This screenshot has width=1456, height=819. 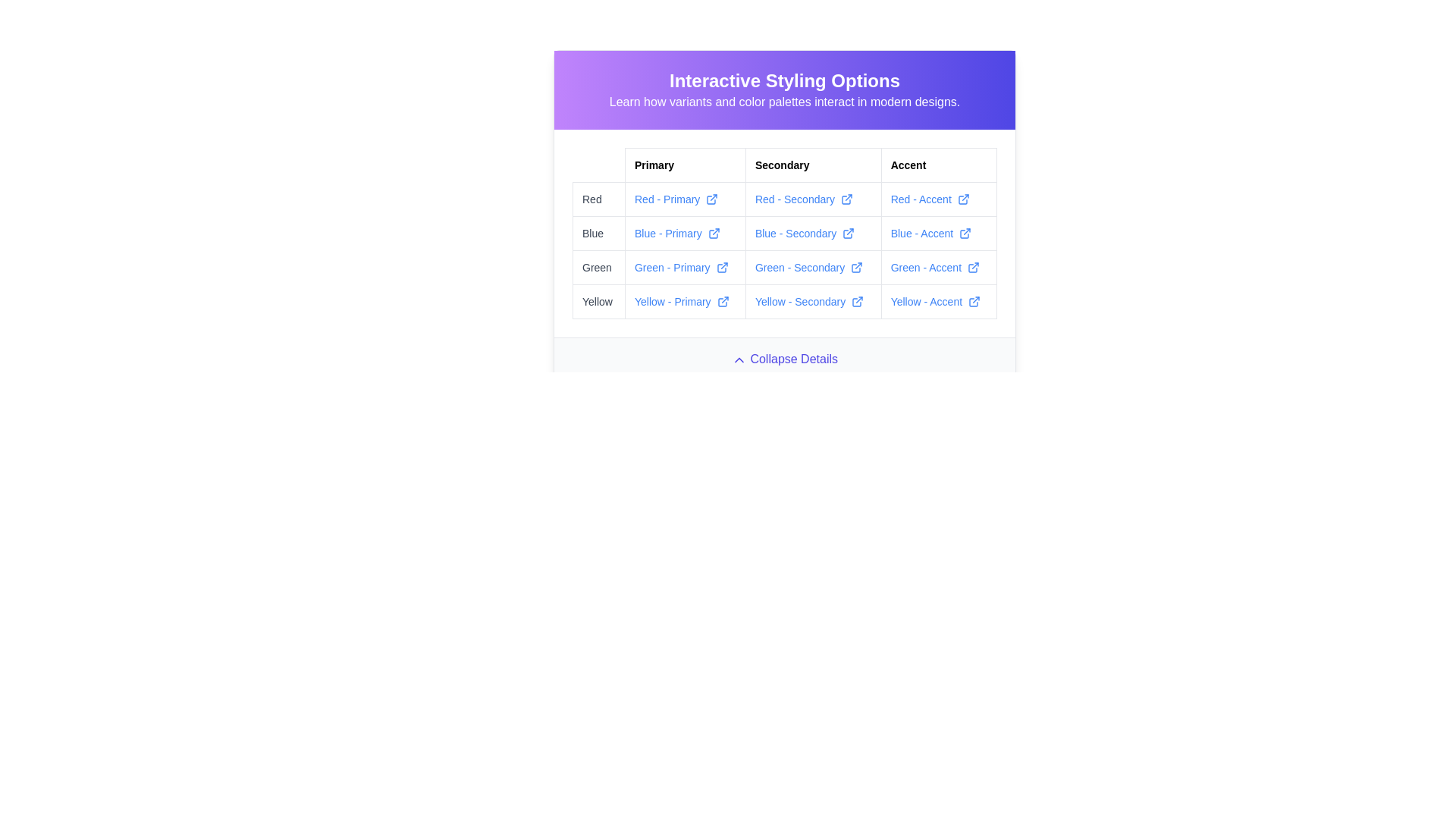 What do you see at coordinates (965, 234) in the screenshot?
I see `the external link icon, which is a small blue arrow extending from a box, located to the right of the 'Blue - Accent' text in the table layout` at bounding box center [965, 234].